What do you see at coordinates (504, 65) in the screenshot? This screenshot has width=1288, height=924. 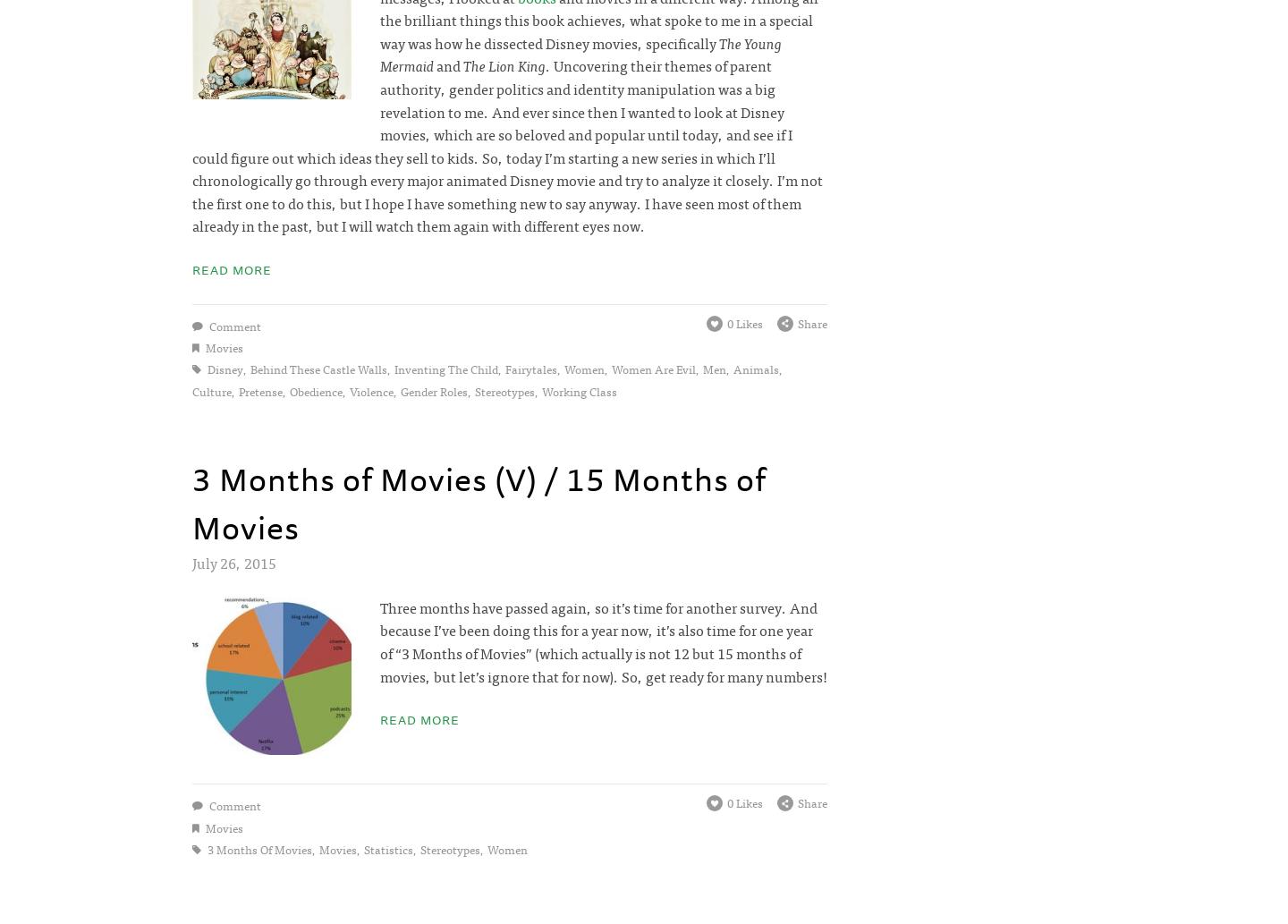 I see `'The Lion King'` at bounding box center [504, 65].